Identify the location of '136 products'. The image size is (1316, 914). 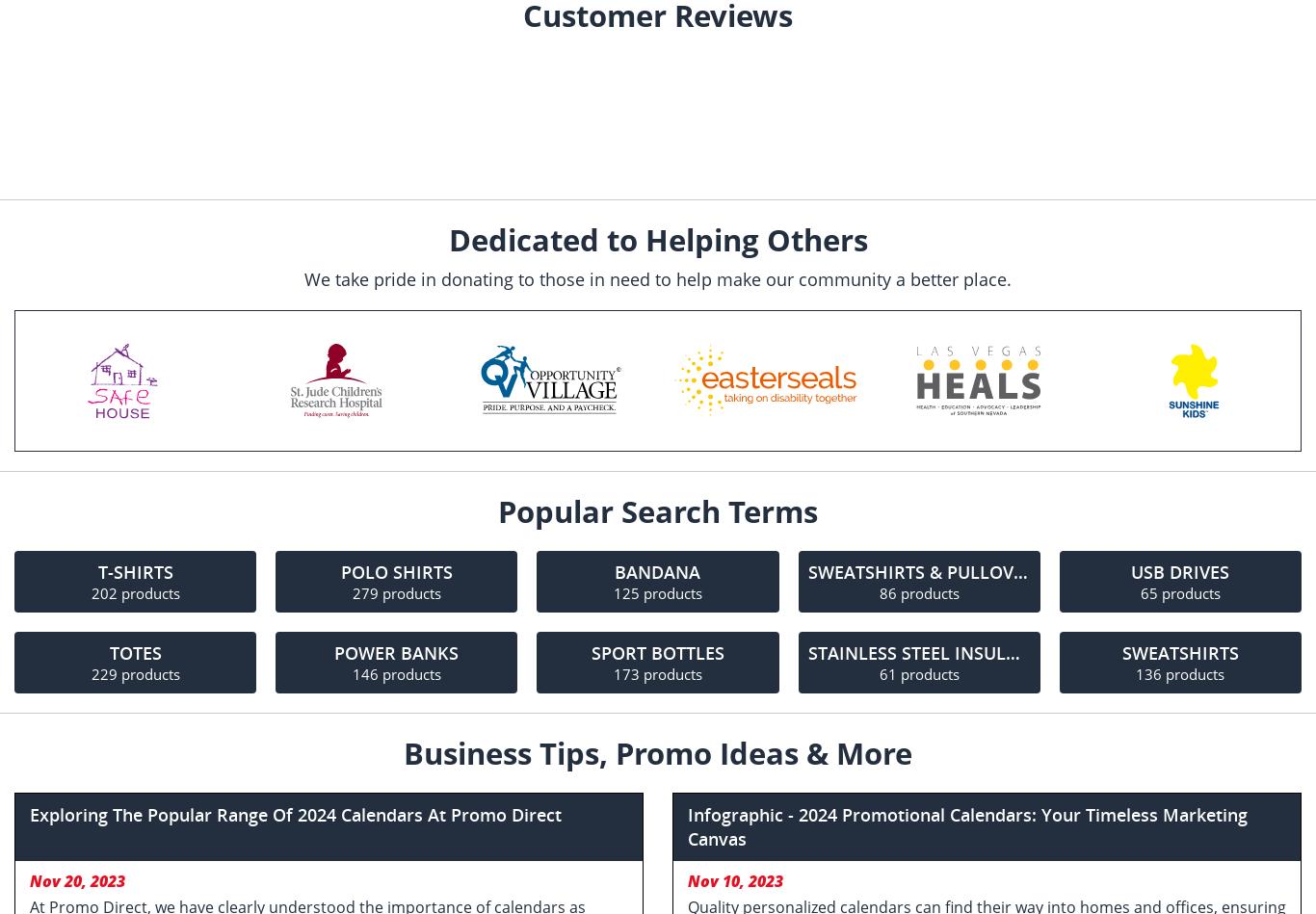
(1180, 673).